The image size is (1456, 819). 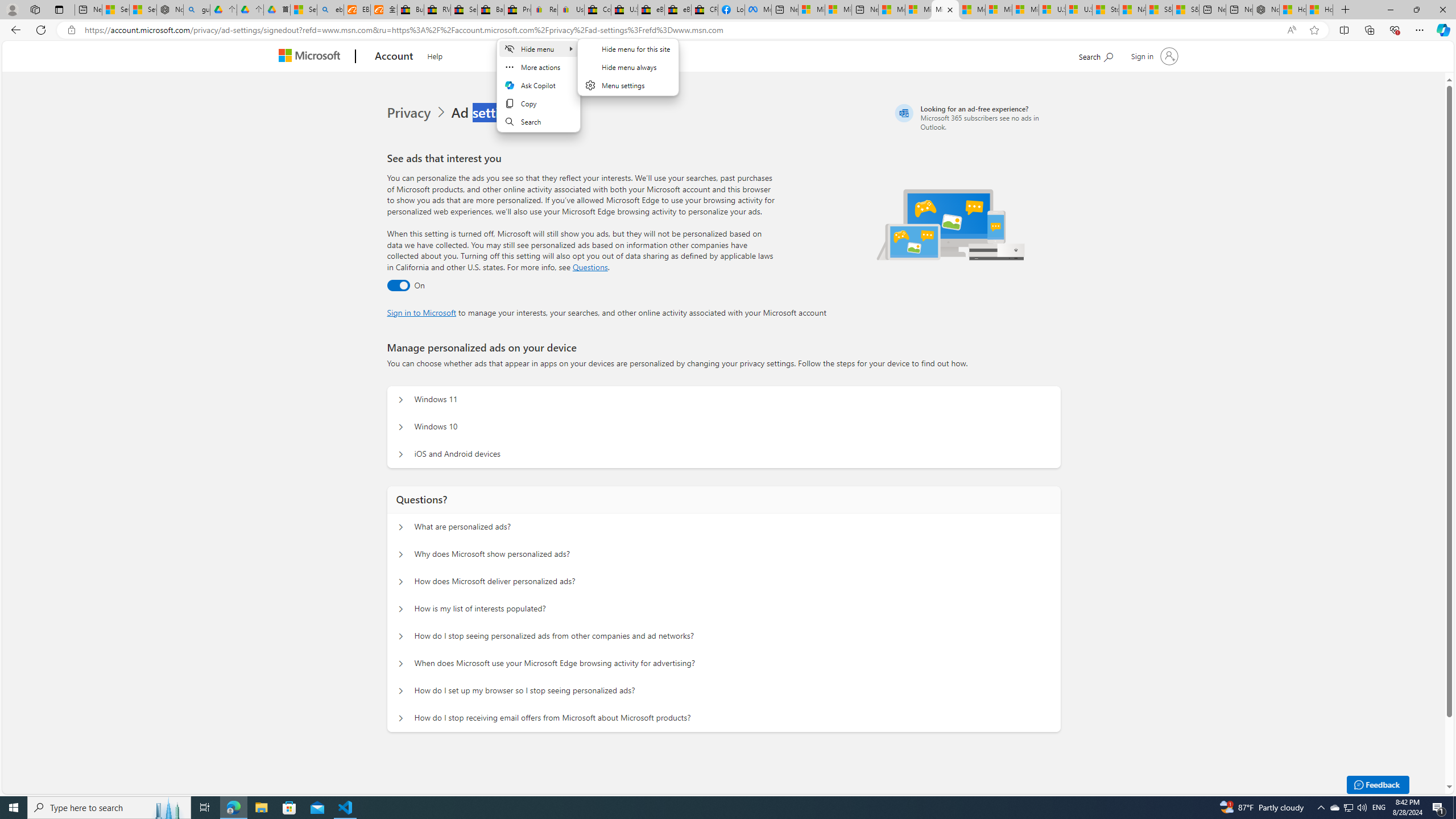 What do you see at coordinates (464, 9) in the screenshot?
I see `'Sell worldwide with eBay'` at bounding box center [464, 9].